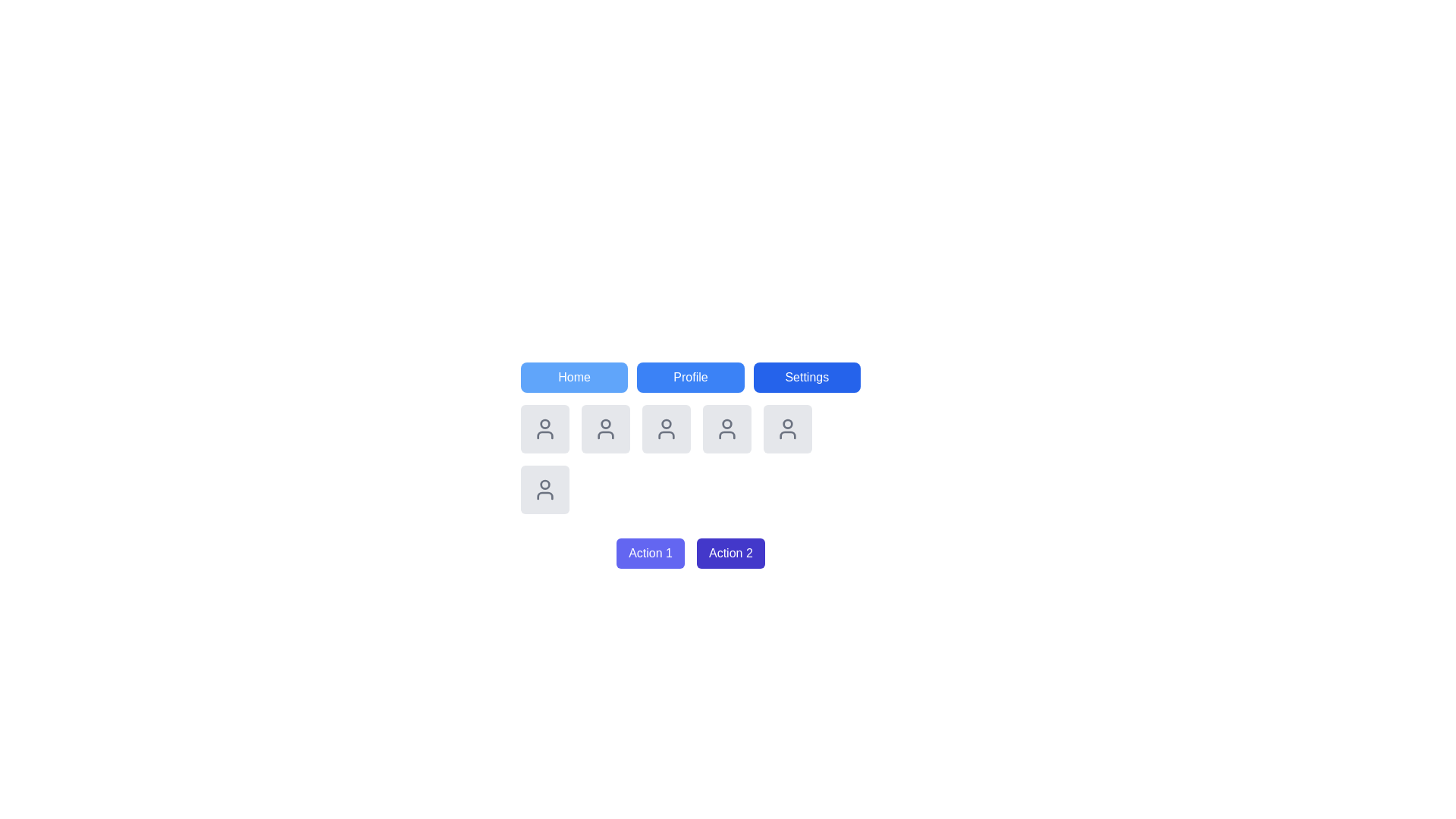 Image resolution: width=1456 pixels, height=819 pixels. Describe the element at coordinates (806, 376) in the screenshot. I see `the 'Settings' button, which is the third button in a horizontal row of three buttons with a blue background and white text` at that location.